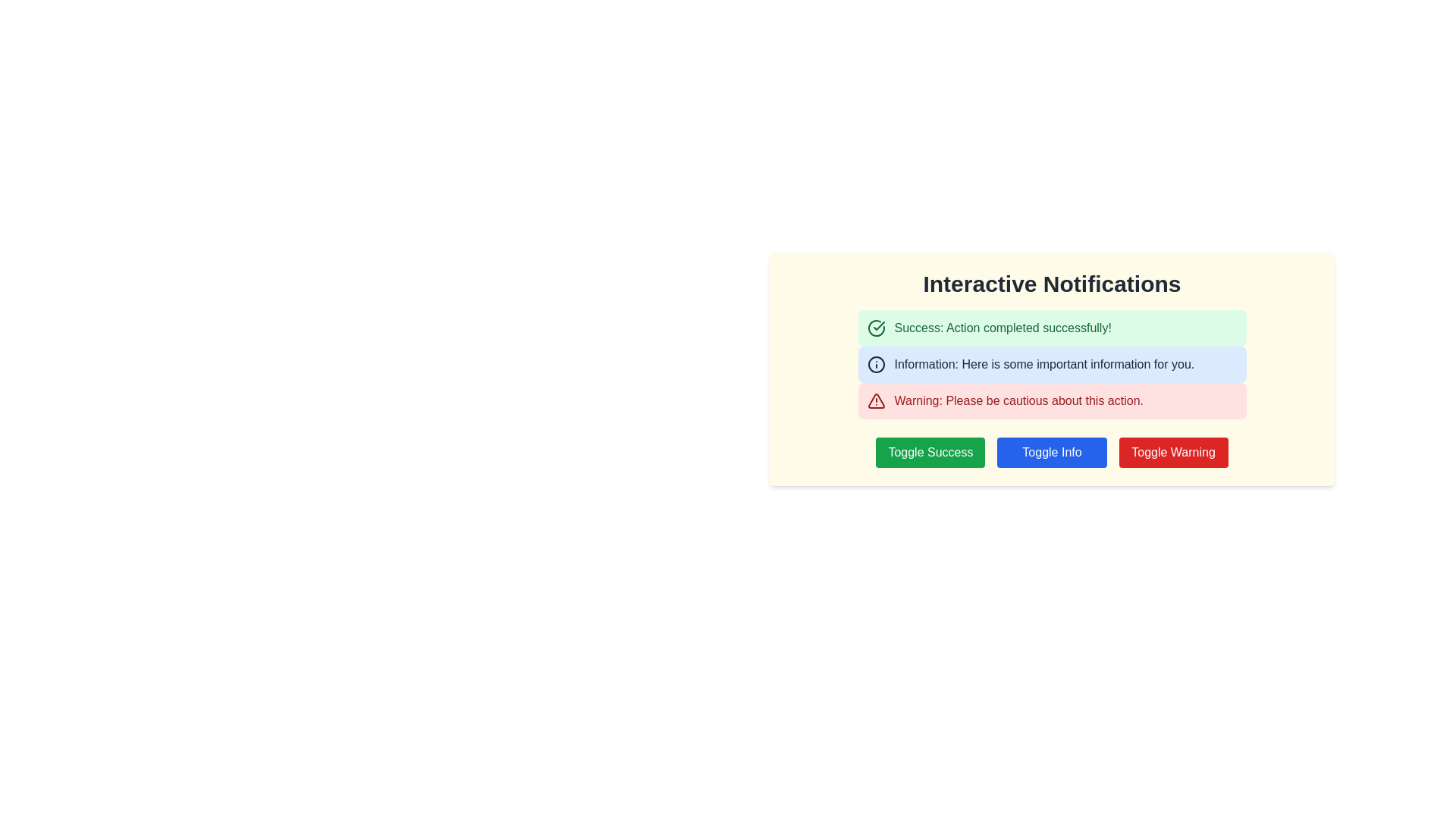  What do you see at coordinates (876, 365) in the screenshot?
I see `the information icon located at the leftmost part of the notification bar labeled with 'Information: Here is some important information for you.'` at bounding box center [876, 365].